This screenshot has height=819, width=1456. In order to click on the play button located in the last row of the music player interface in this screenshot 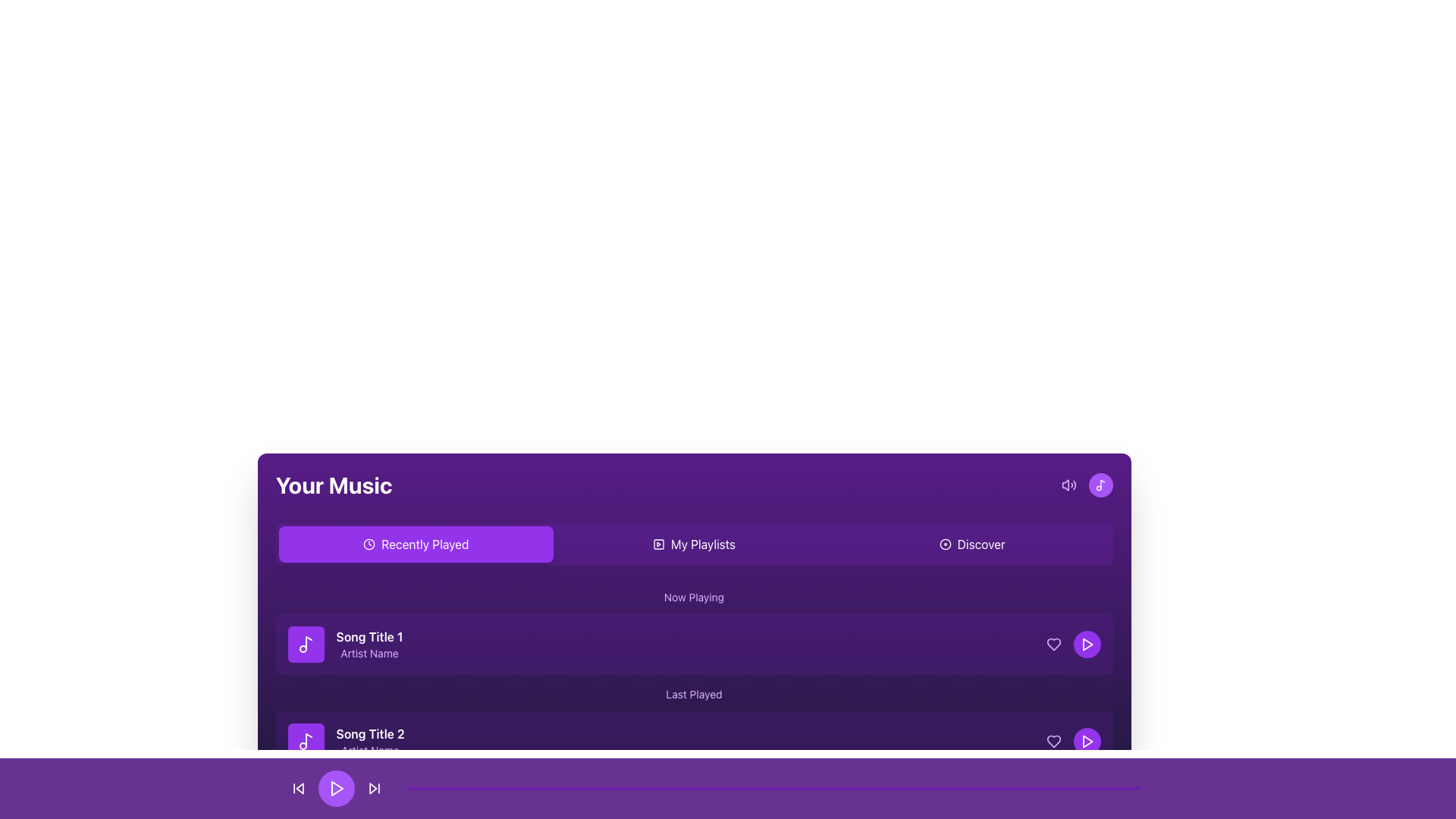, I will do `click(1086, 644)`.